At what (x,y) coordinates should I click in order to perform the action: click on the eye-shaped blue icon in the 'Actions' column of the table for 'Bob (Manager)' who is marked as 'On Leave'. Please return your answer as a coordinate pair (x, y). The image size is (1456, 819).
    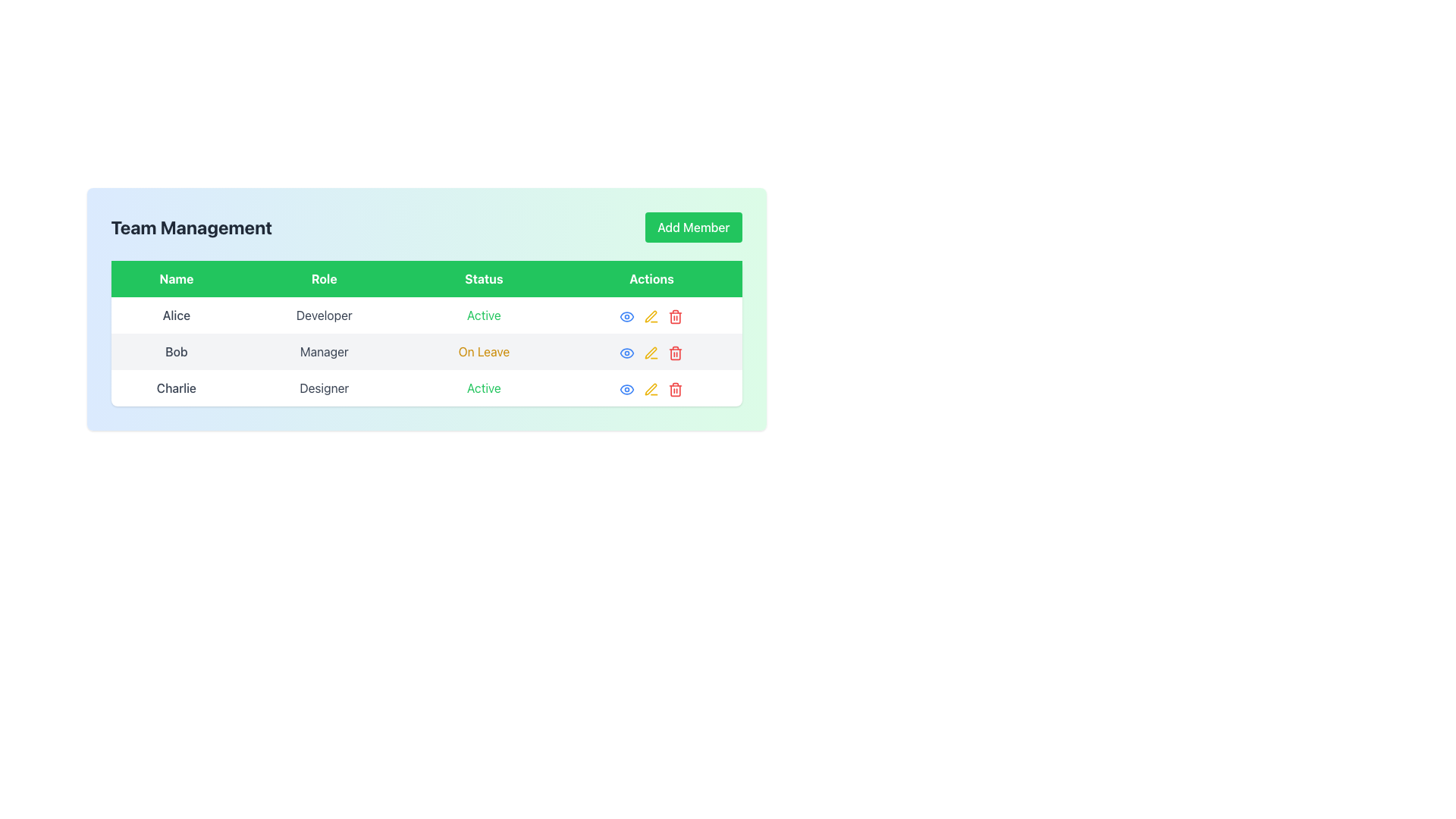
    Looking at the image, I should click on (627, 351).